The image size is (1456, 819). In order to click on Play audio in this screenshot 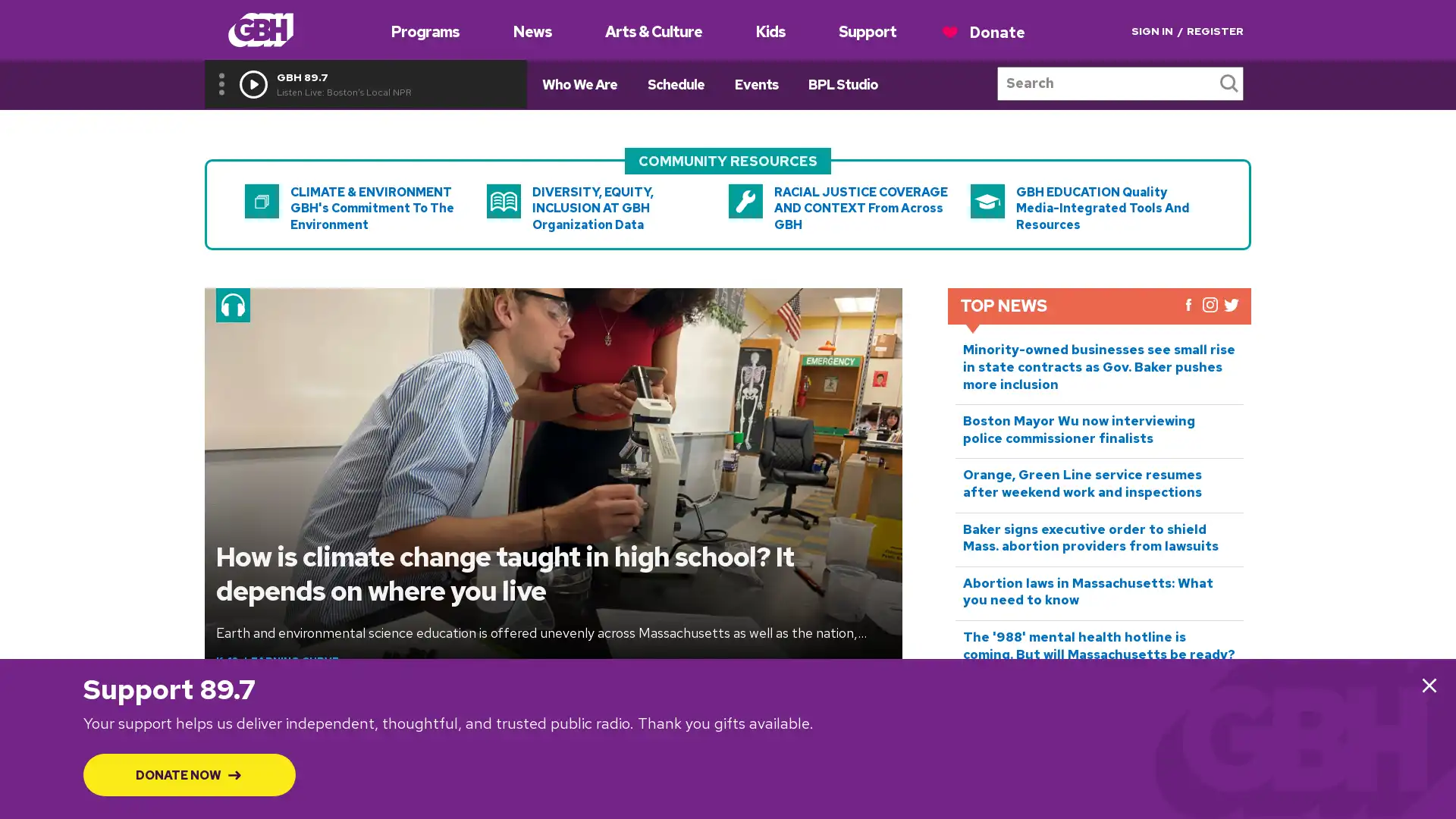, I will do `click(253, 83)`.